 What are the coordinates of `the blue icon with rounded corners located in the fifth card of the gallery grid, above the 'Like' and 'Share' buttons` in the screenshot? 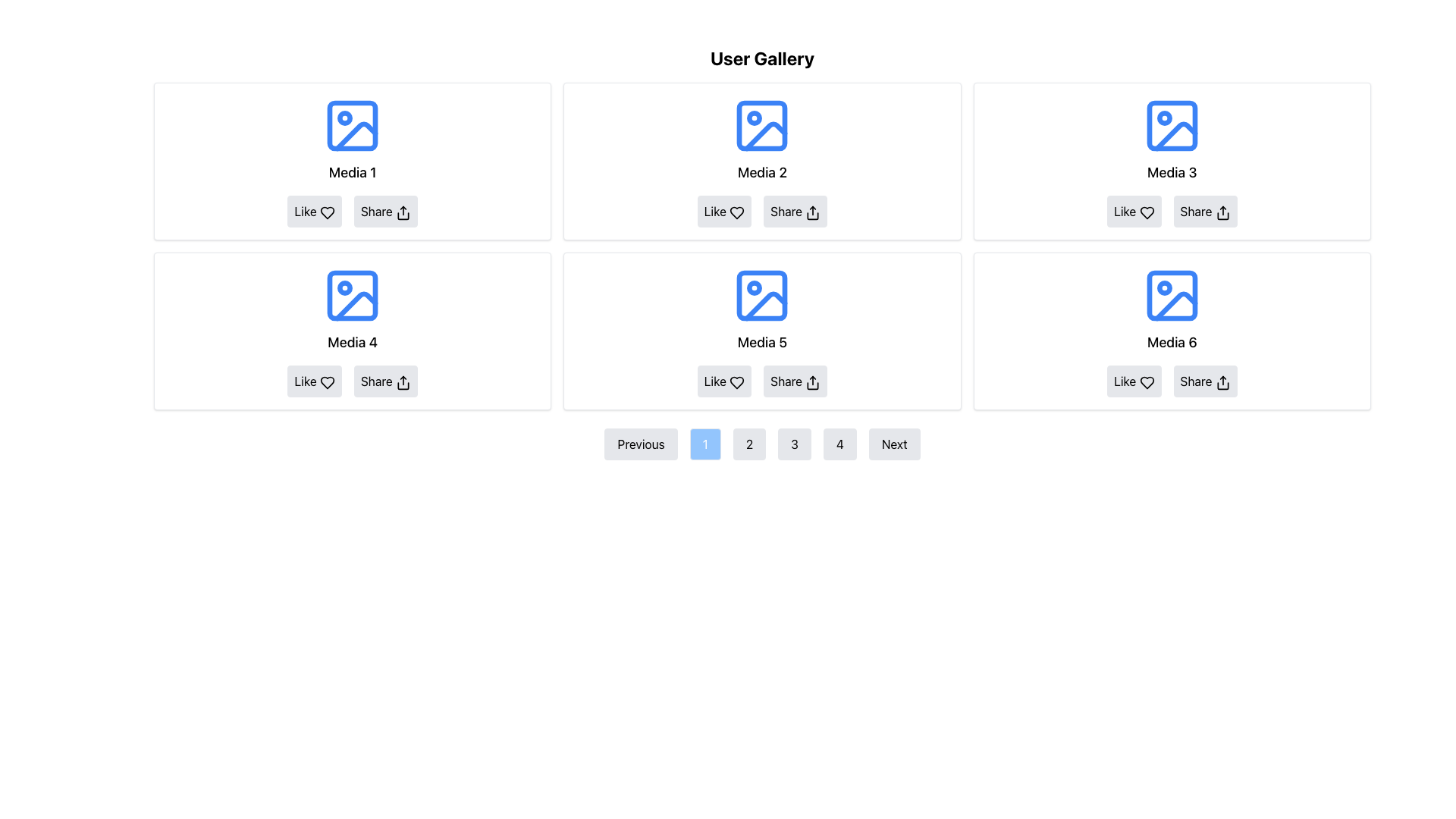 It's located at (762, 295).